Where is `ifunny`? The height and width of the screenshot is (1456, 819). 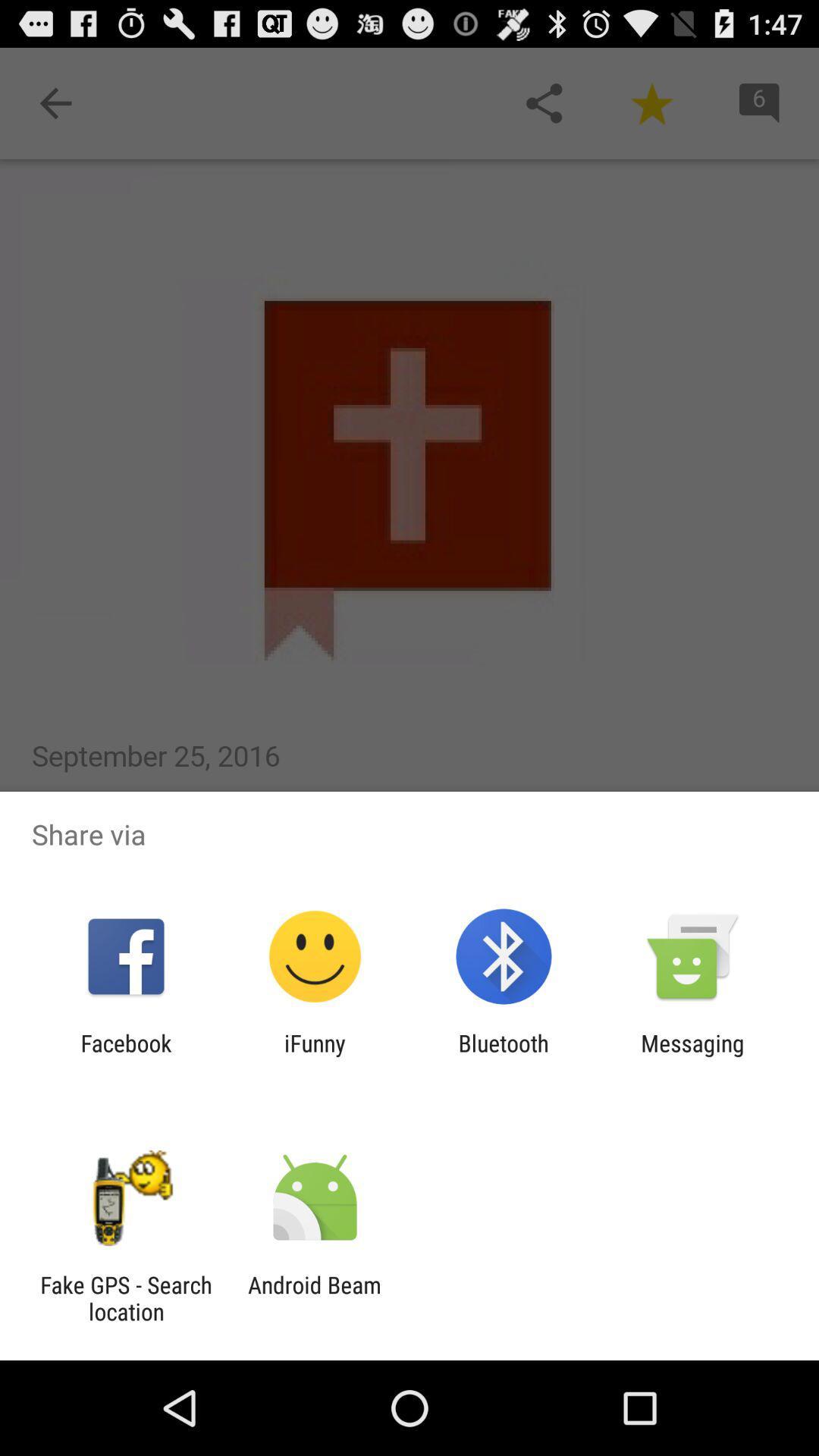
ifunny is located at coordinates (314, 1056).